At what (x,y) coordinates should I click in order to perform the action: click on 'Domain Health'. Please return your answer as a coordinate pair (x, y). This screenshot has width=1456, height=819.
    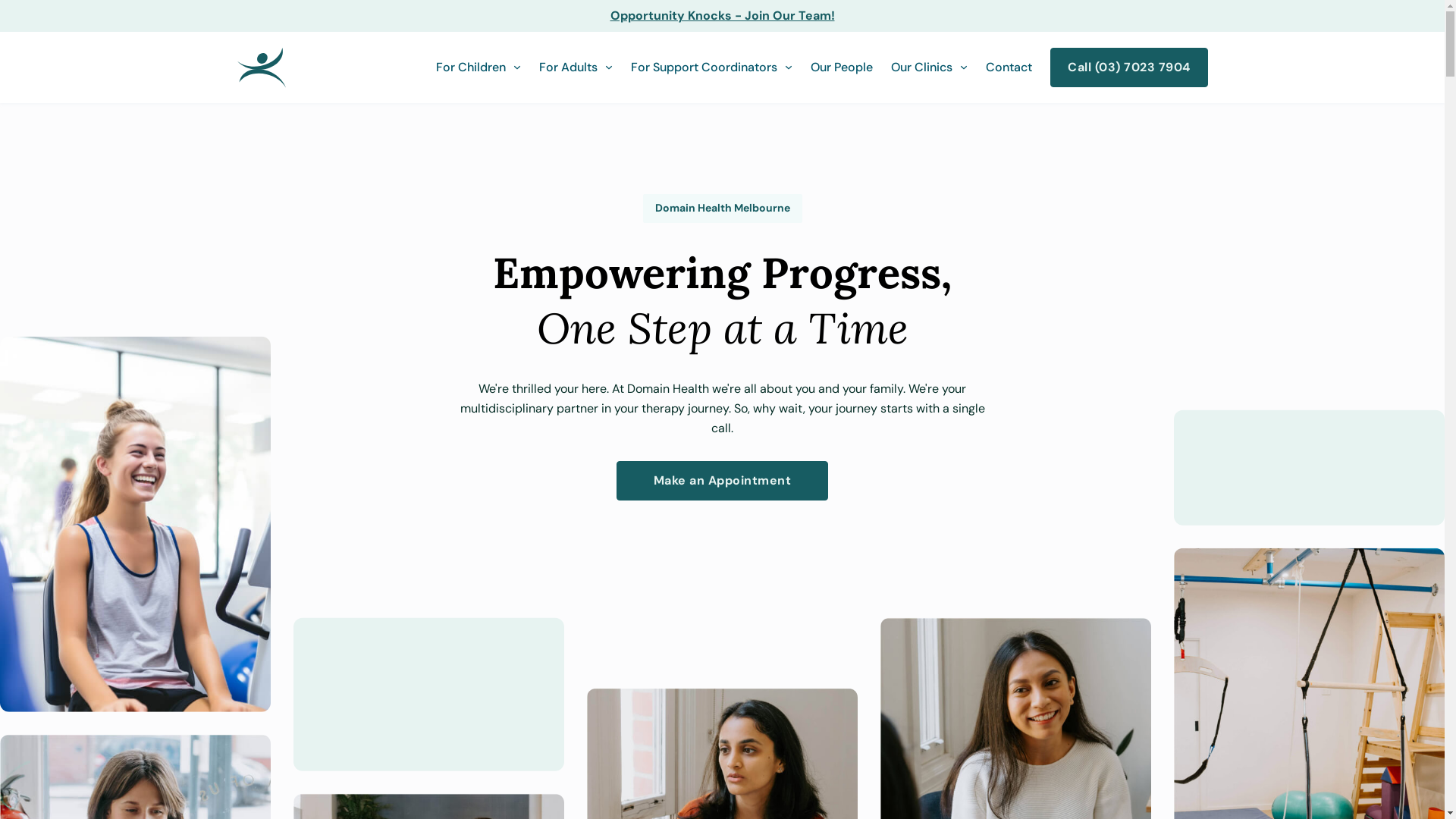
    Looking at the image, I should click on (261, 66).